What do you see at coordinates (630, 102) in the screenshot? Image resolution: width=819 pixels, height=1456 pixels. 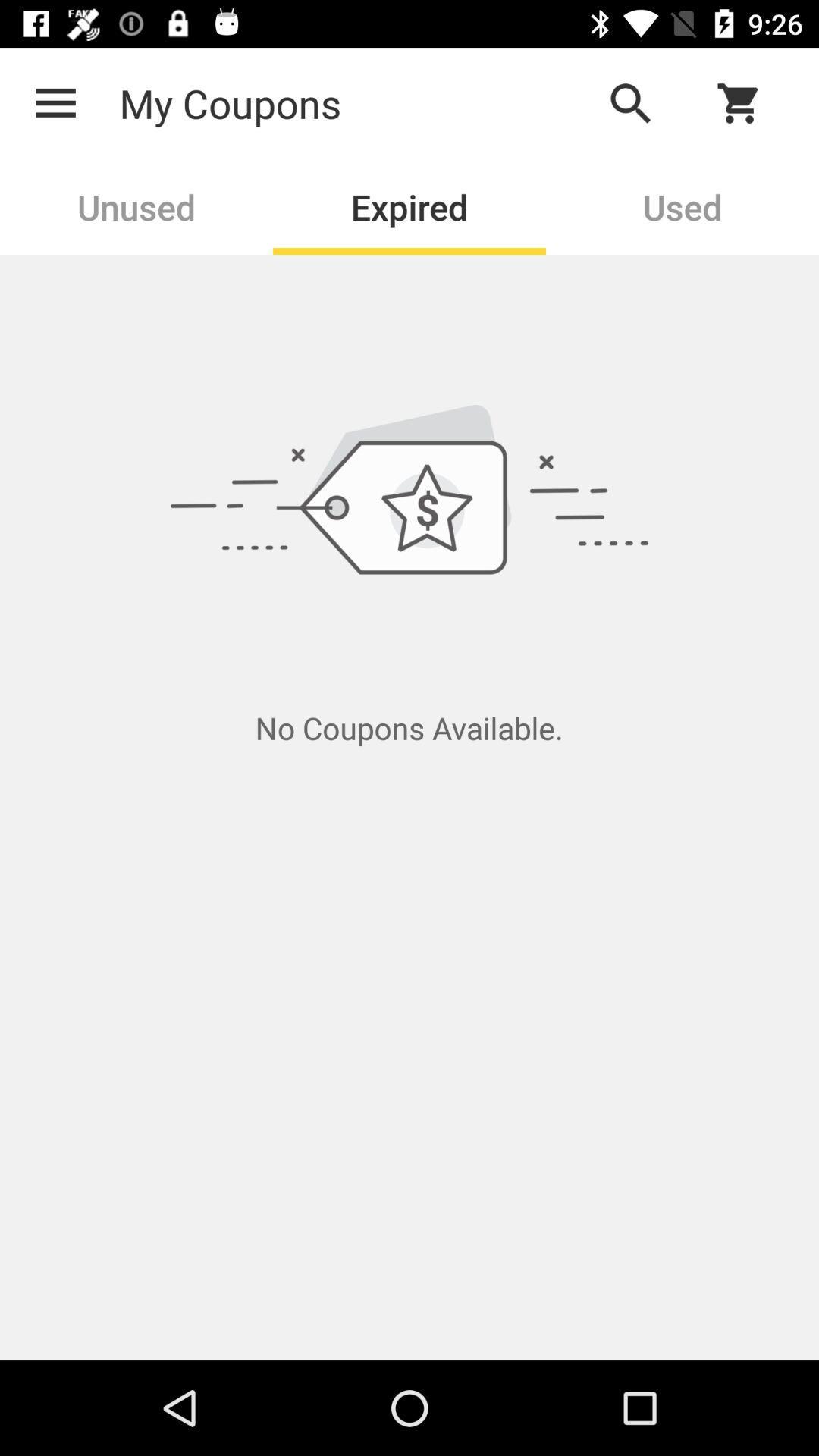 I see `the item next to my coupons icon` at bounding box center [630, 102].